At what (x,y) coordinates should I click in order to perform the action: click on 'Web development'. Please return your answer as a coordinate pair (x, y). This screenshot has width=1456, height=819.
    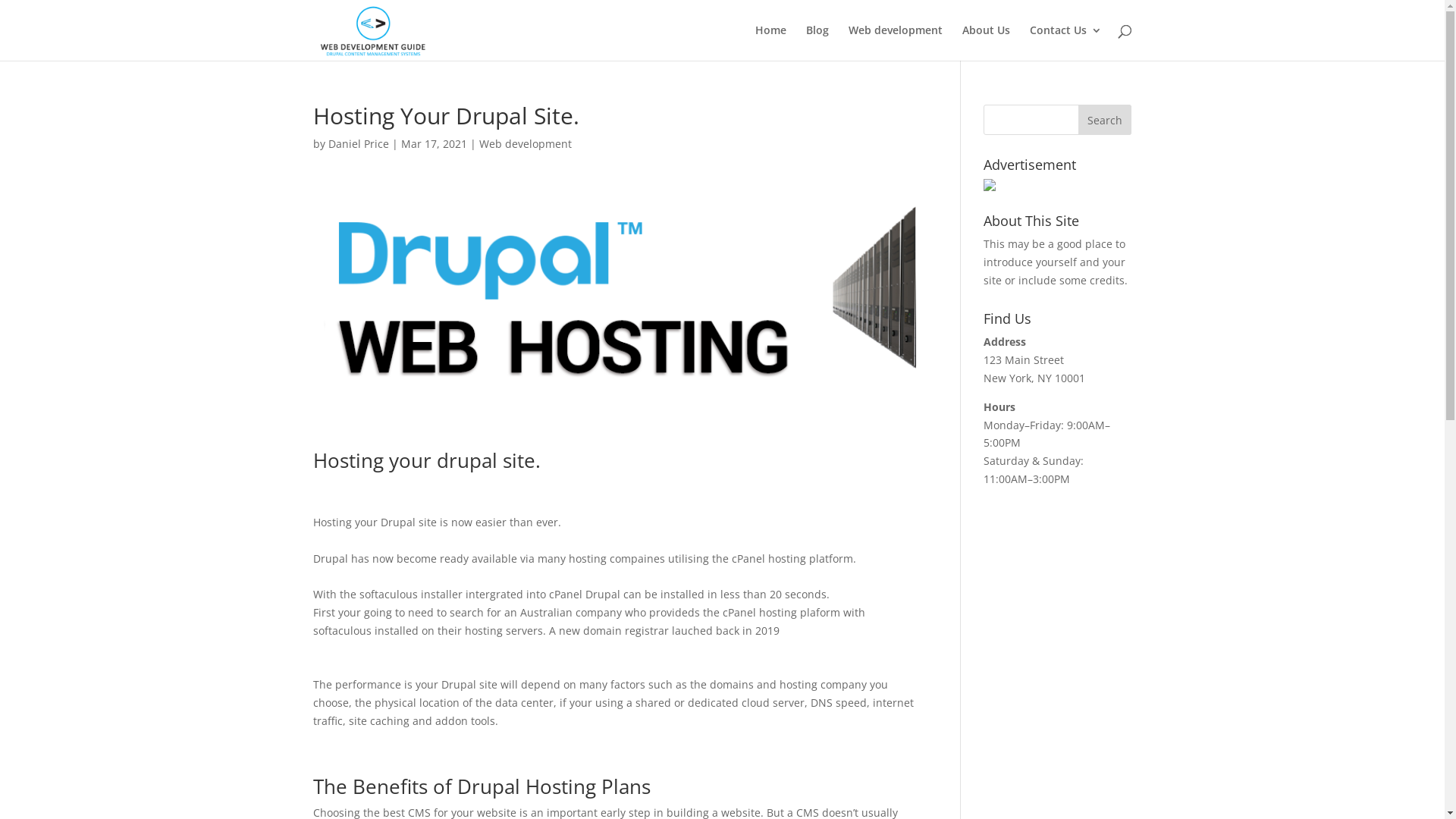
    Looking at the image, I should click on (895, 42).